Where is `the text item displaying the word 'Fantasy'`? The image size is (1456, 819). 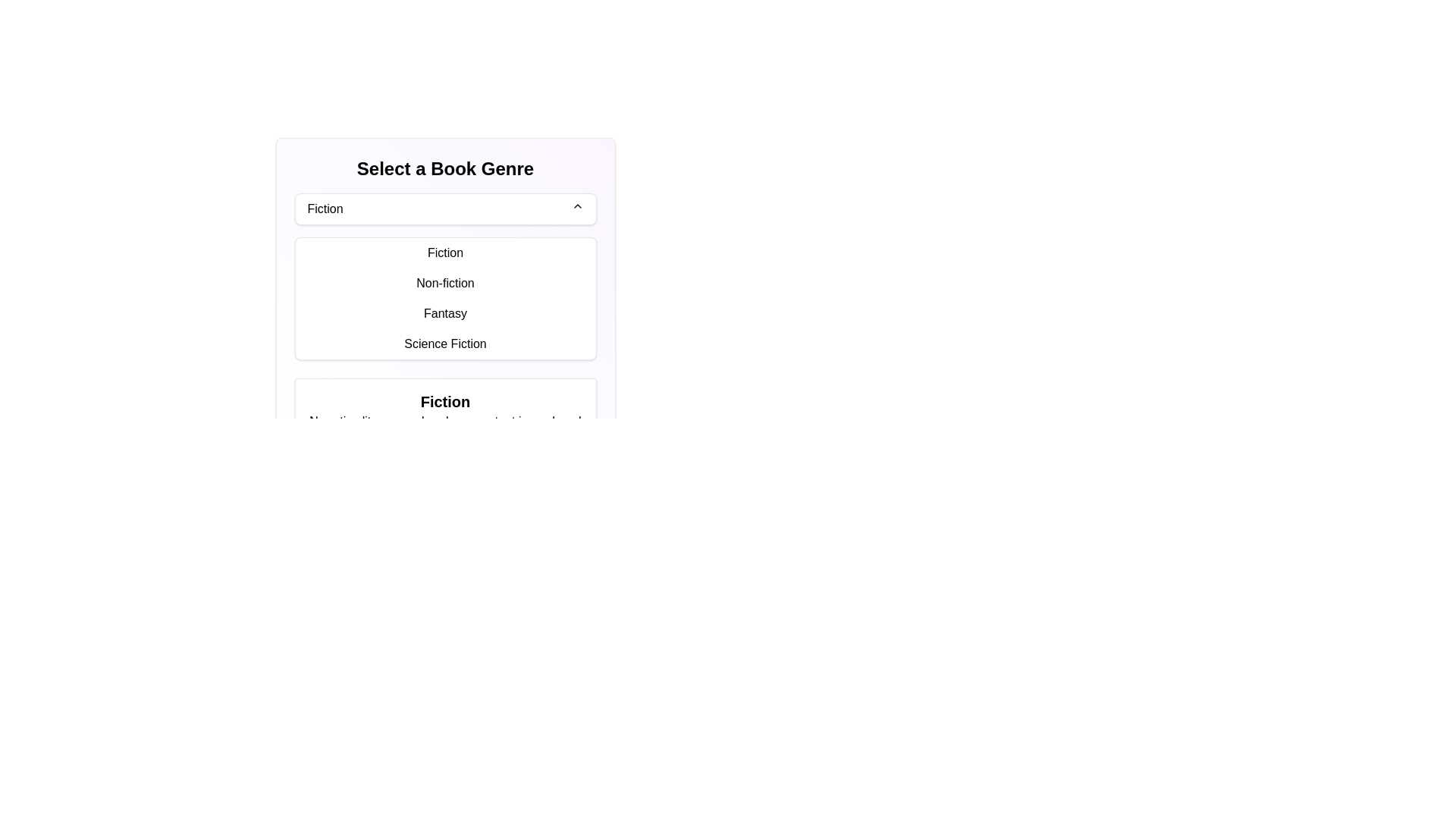
the text item displaying the word 'Fantasy' is located at coordinates (444, 312).